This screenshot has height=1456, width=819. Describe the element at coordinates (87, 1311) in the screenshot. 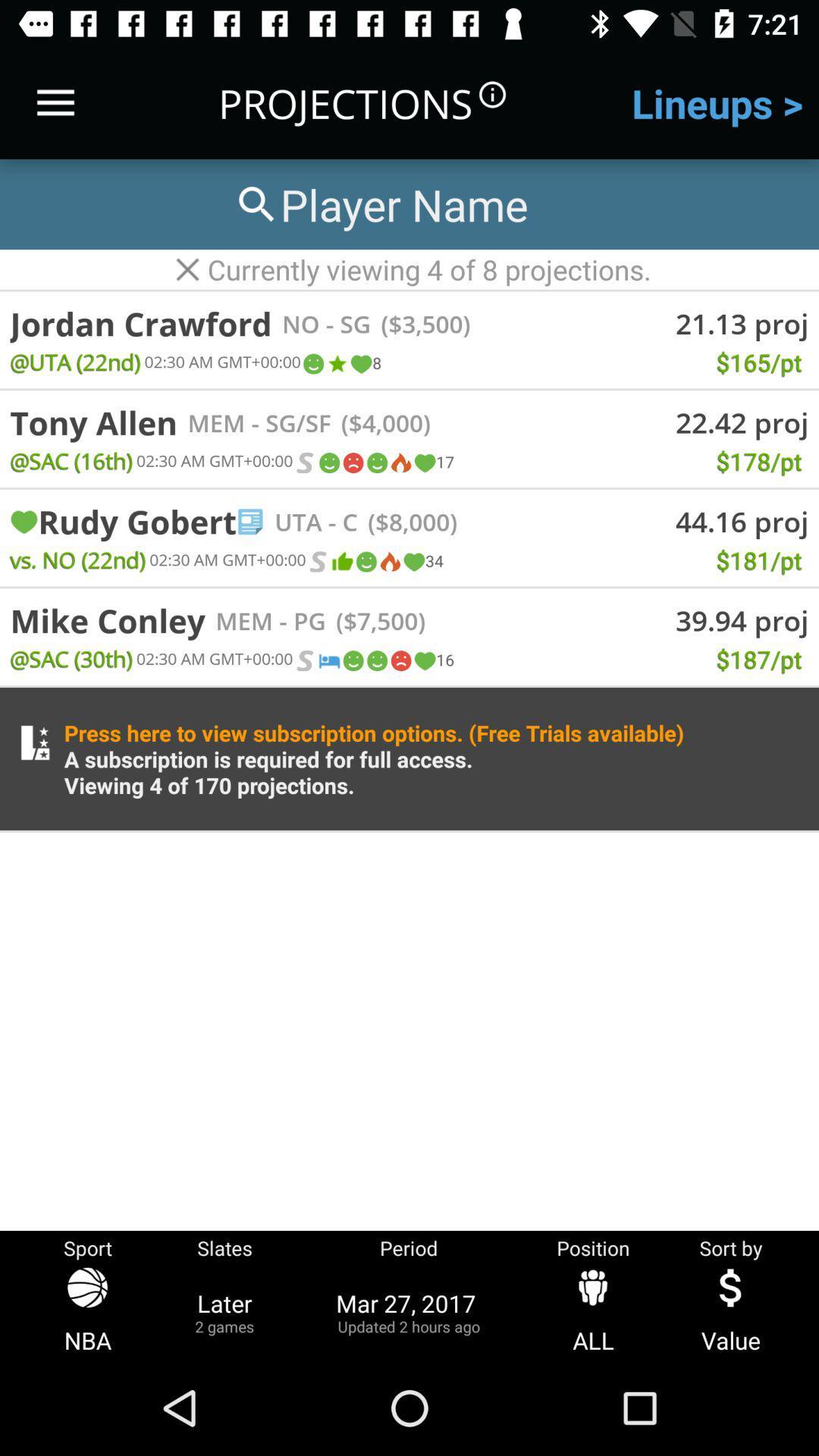

I see `the option which says nba` at that location.